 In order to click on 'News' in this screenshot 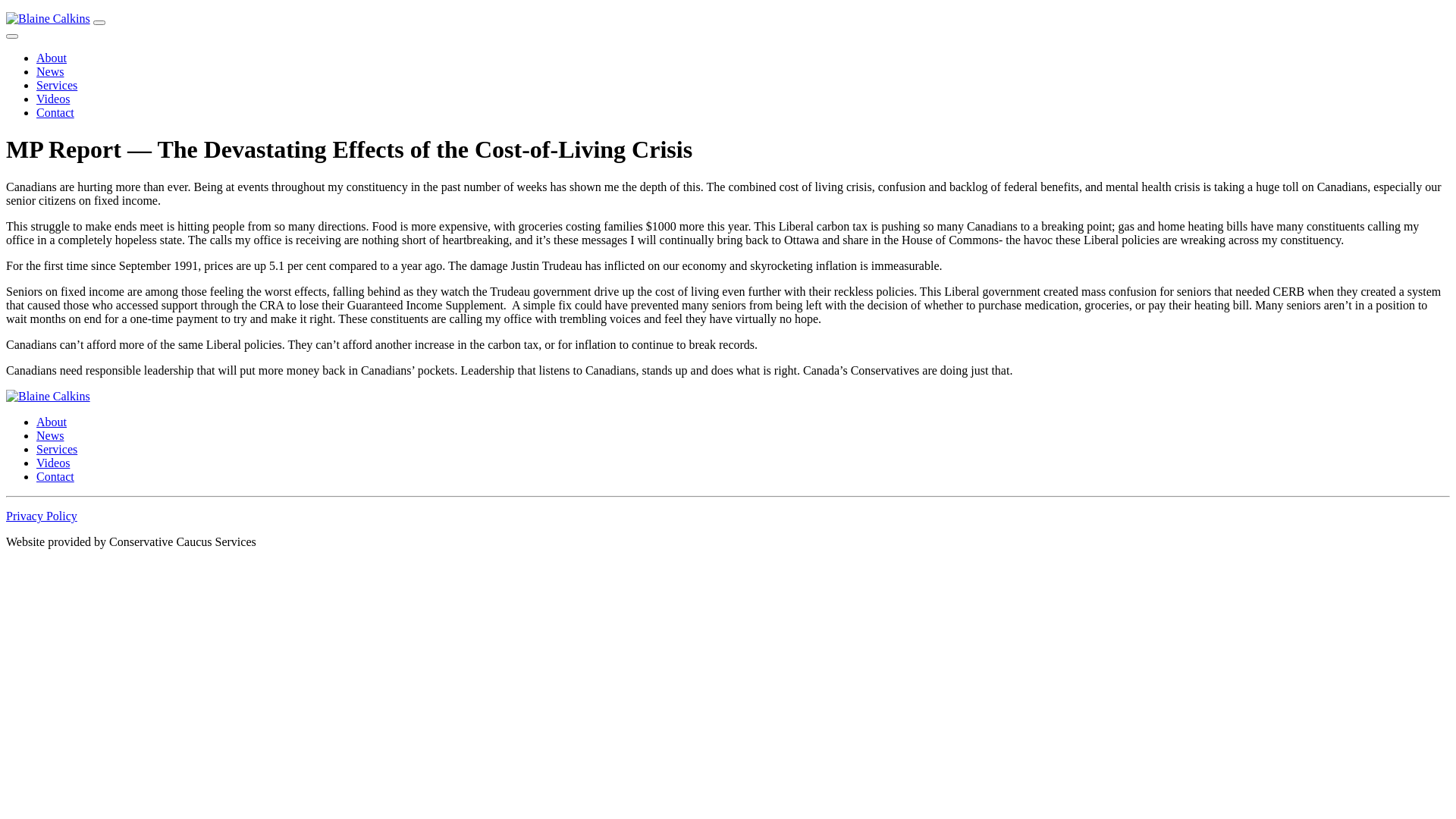, I will do `click(50, 435)`.